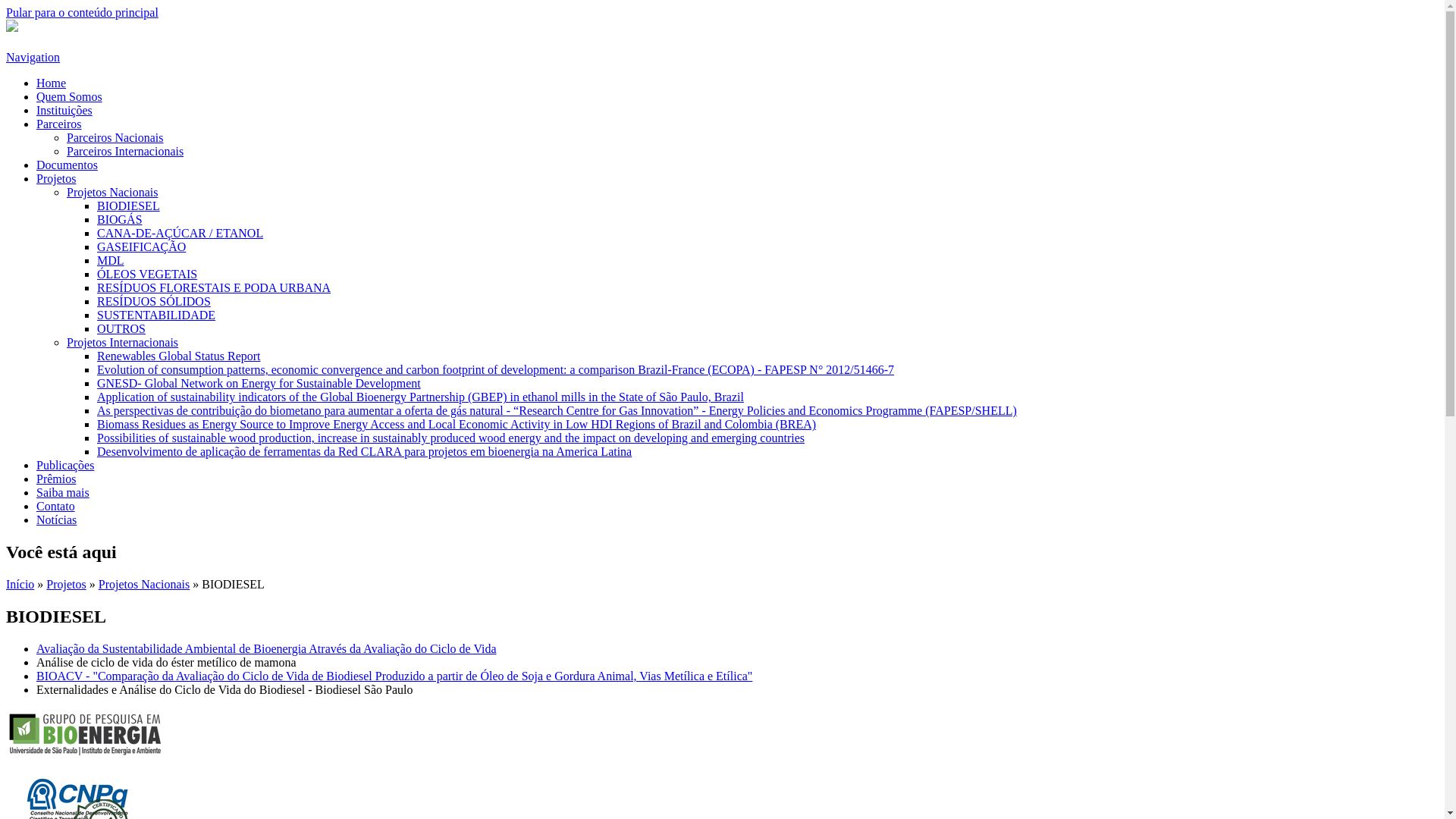 This screenshot has height=819, width=1456. I want to click on 'SUSTENTABILIDADE', so click(156, 314).